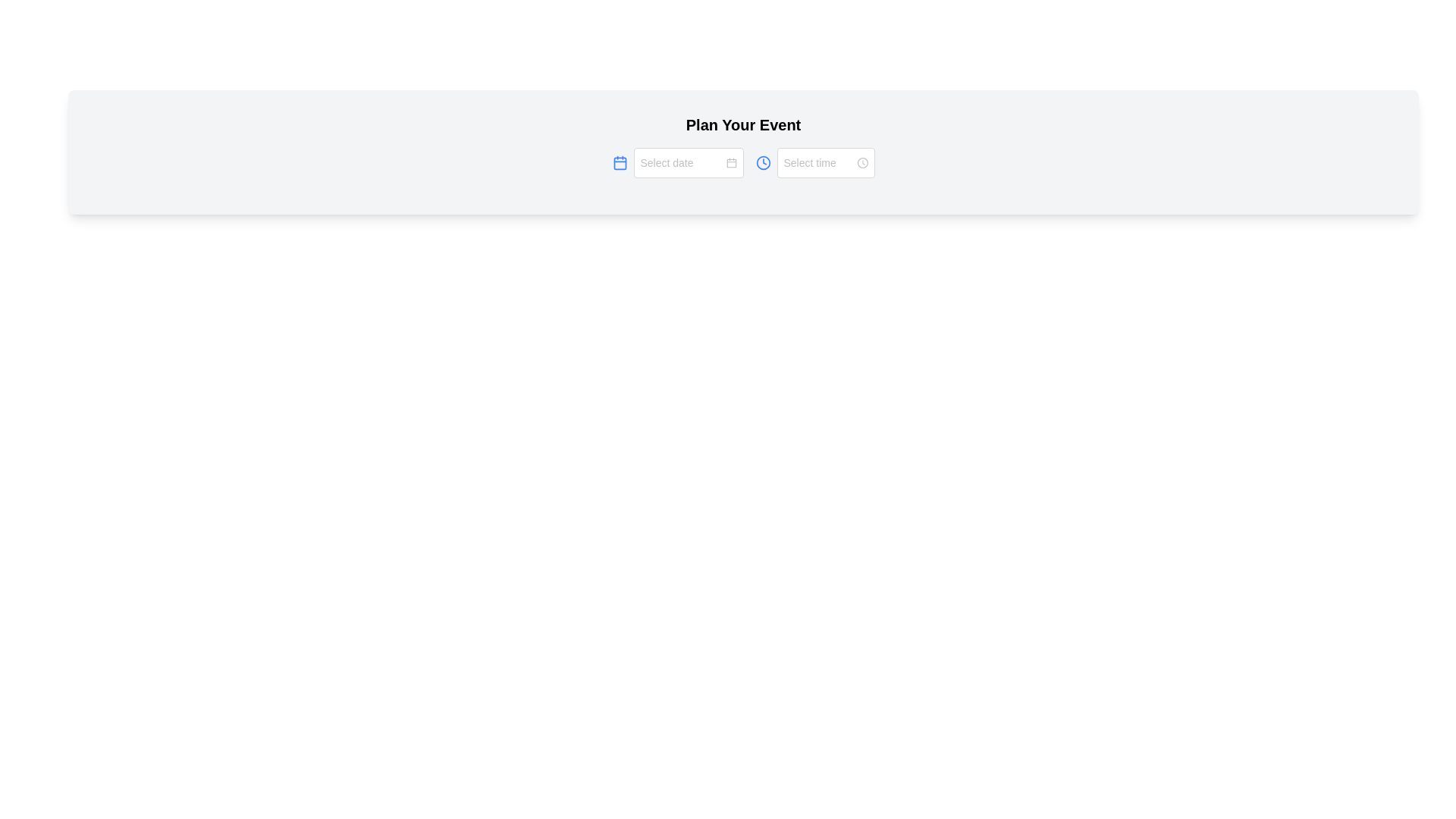 This screenshot has width=1456, height=819. I want to click on the Clock Icon located to the right of the 'Select time' input area to interact with the time picker, so click(862, 163).